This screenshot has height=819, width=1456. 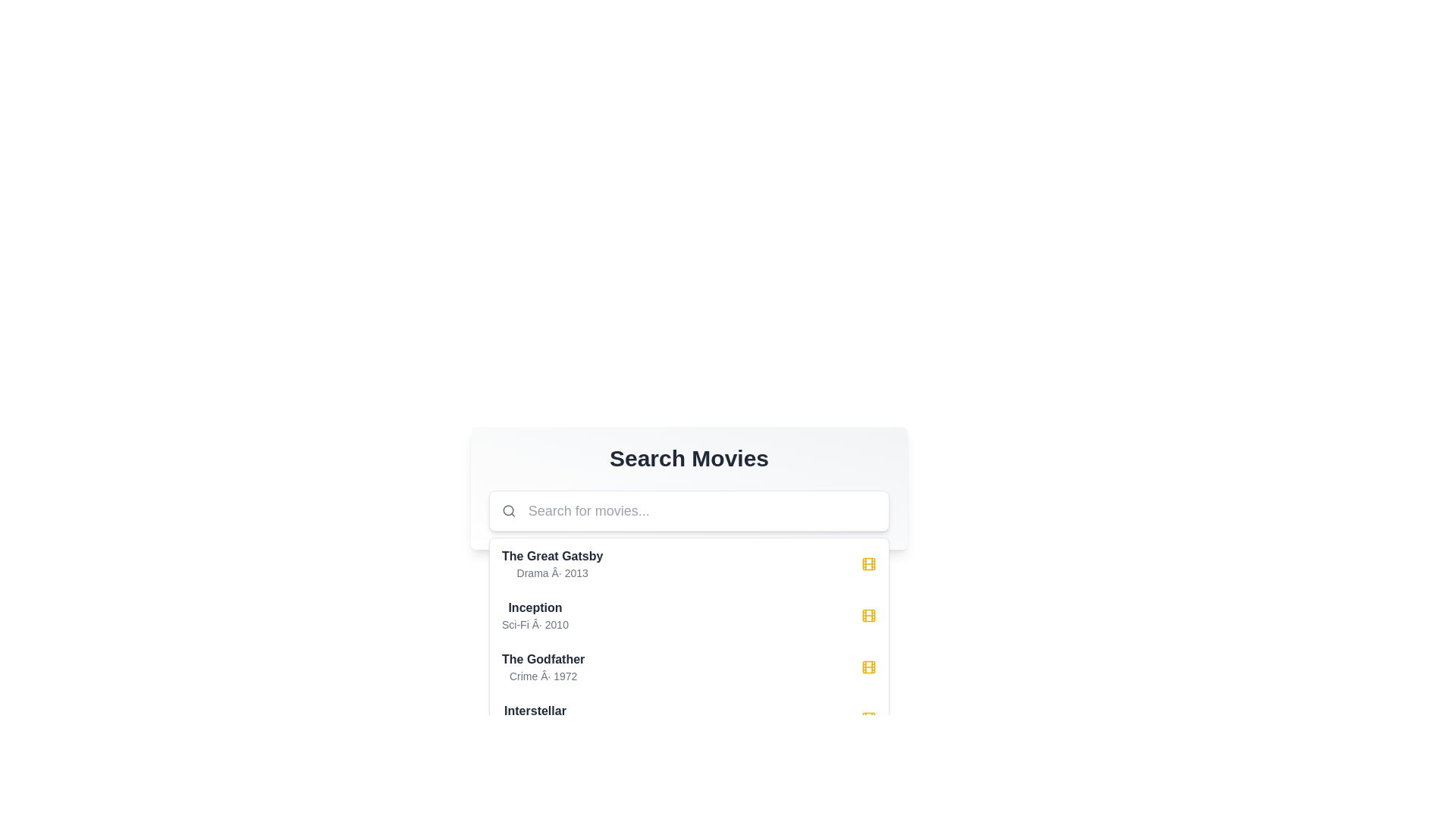 I want to click on the first movie option 'The Great Gatsby' in the dropdown list, so click(x=688, y=564).